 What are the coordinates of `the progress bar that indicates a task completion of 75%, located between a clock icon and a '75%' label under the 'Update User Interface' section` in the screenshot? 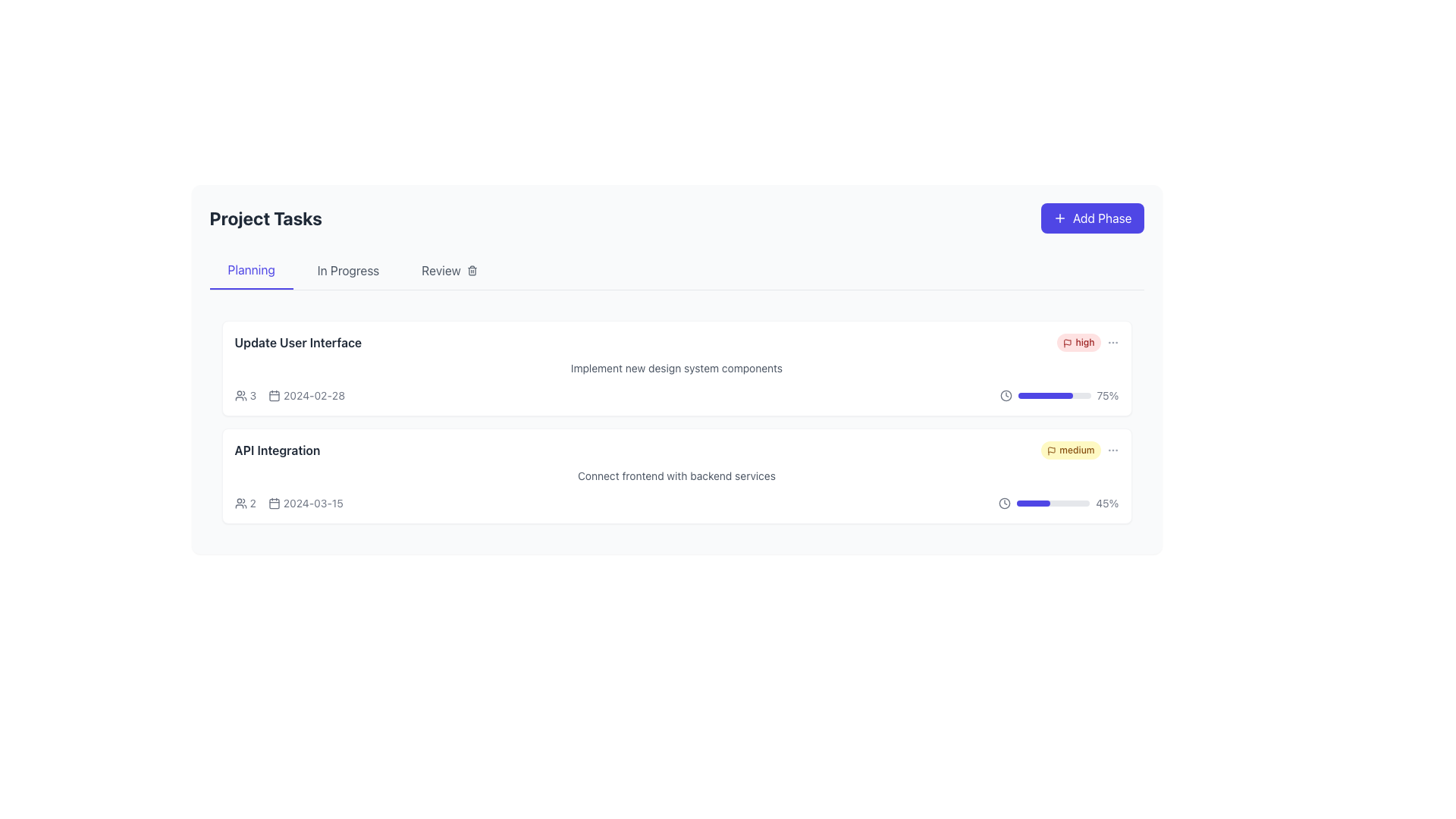 It's located at (1053, 394).